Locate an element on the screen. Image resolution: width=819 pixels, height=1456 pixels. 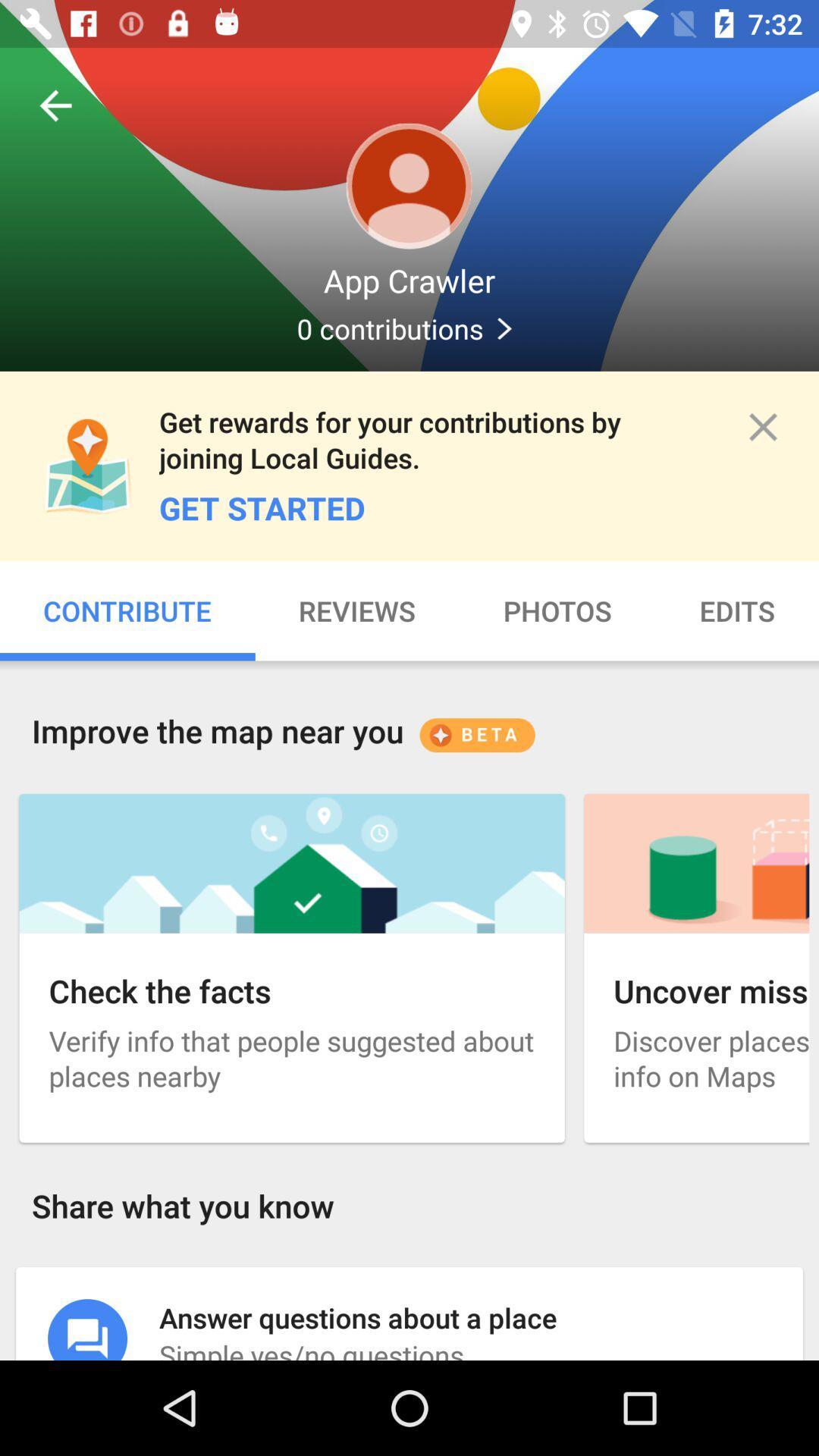
icon to the right of photos app is located at coordinates (736, 610).